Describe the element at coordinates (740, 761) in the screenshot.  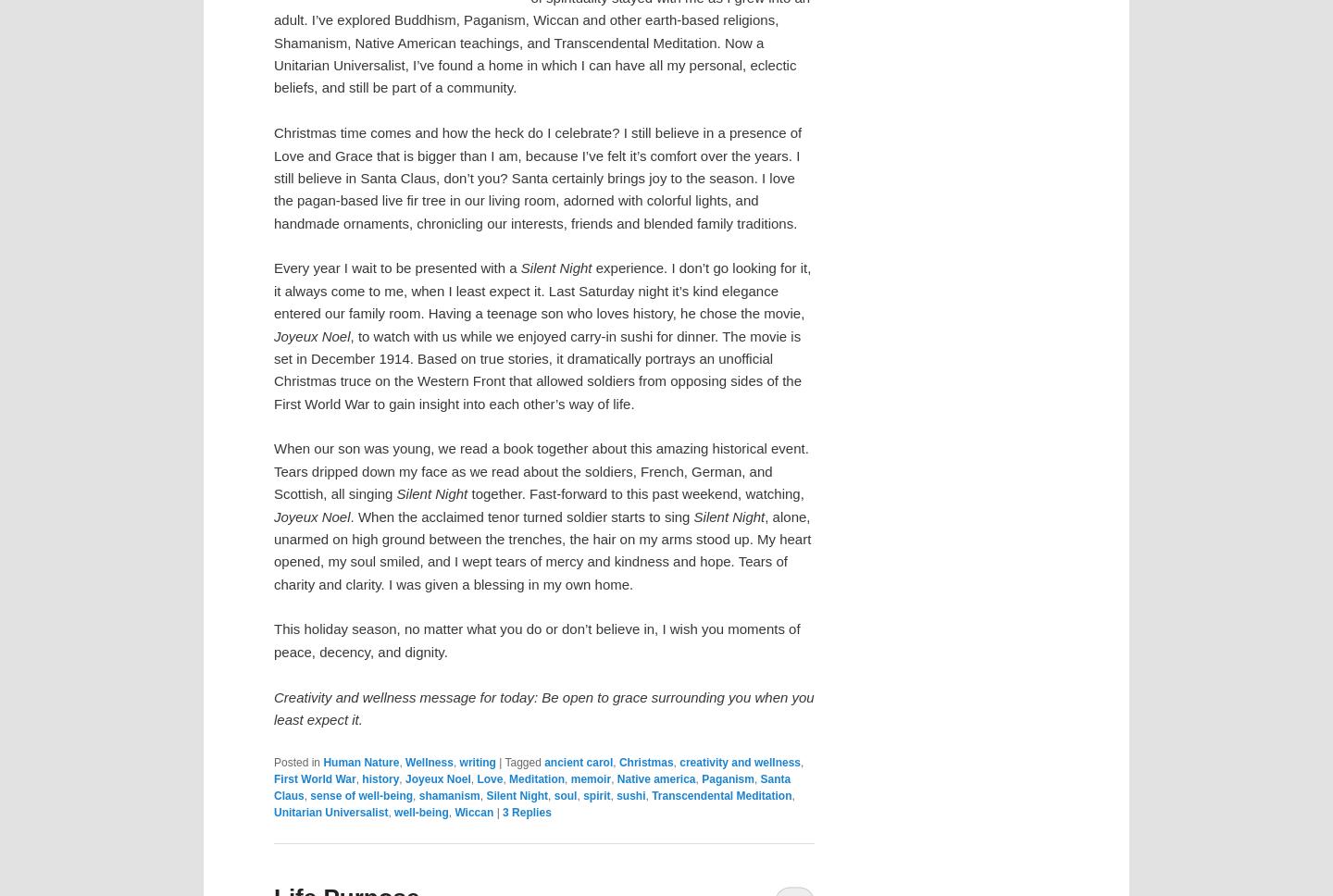
I see `'creativity and wellness'` at that location.